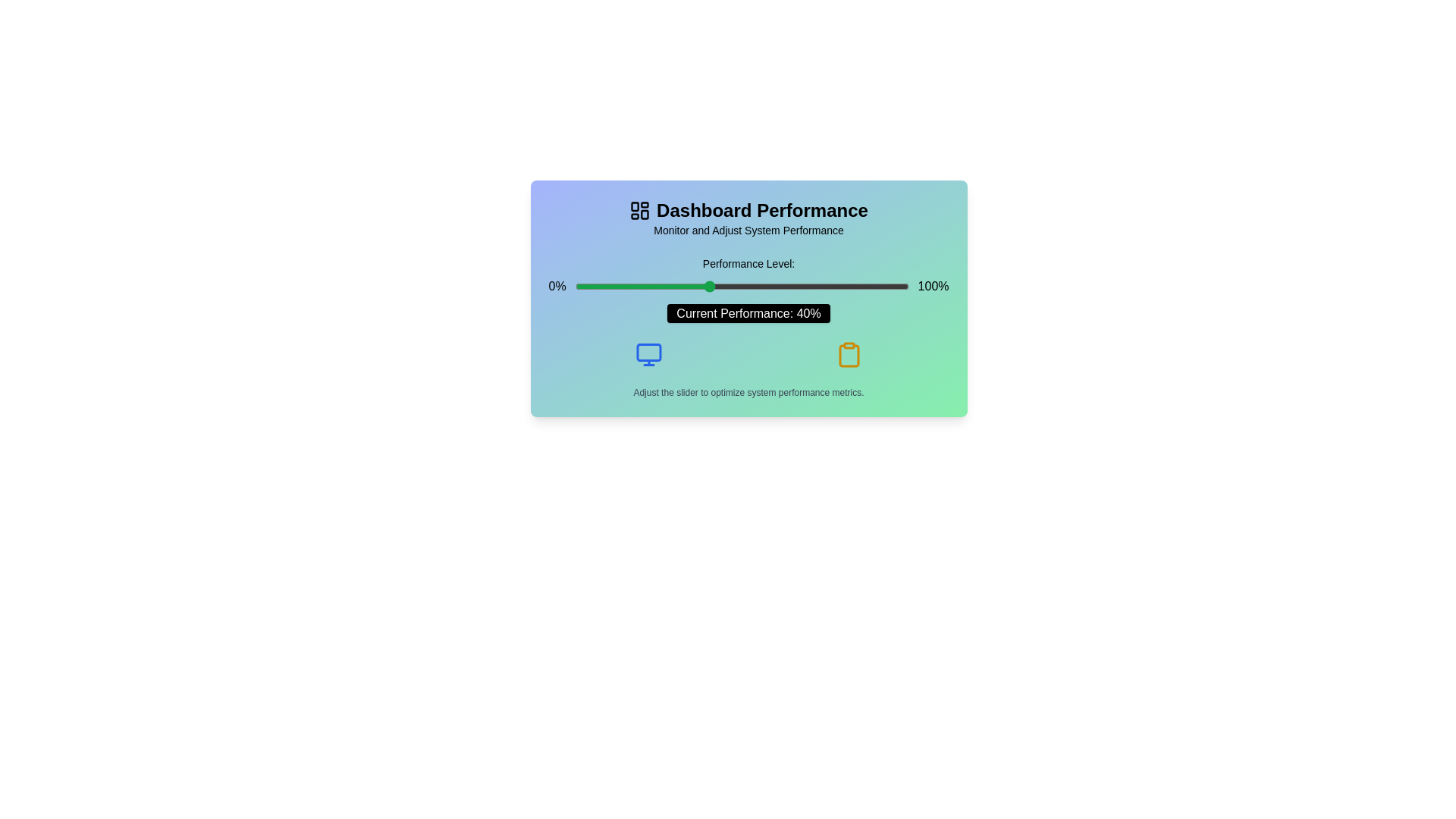 The width and height of the screenshot is (1456, 819). I want to click on the slider to set the performance level to 59%, so click(772, 287).